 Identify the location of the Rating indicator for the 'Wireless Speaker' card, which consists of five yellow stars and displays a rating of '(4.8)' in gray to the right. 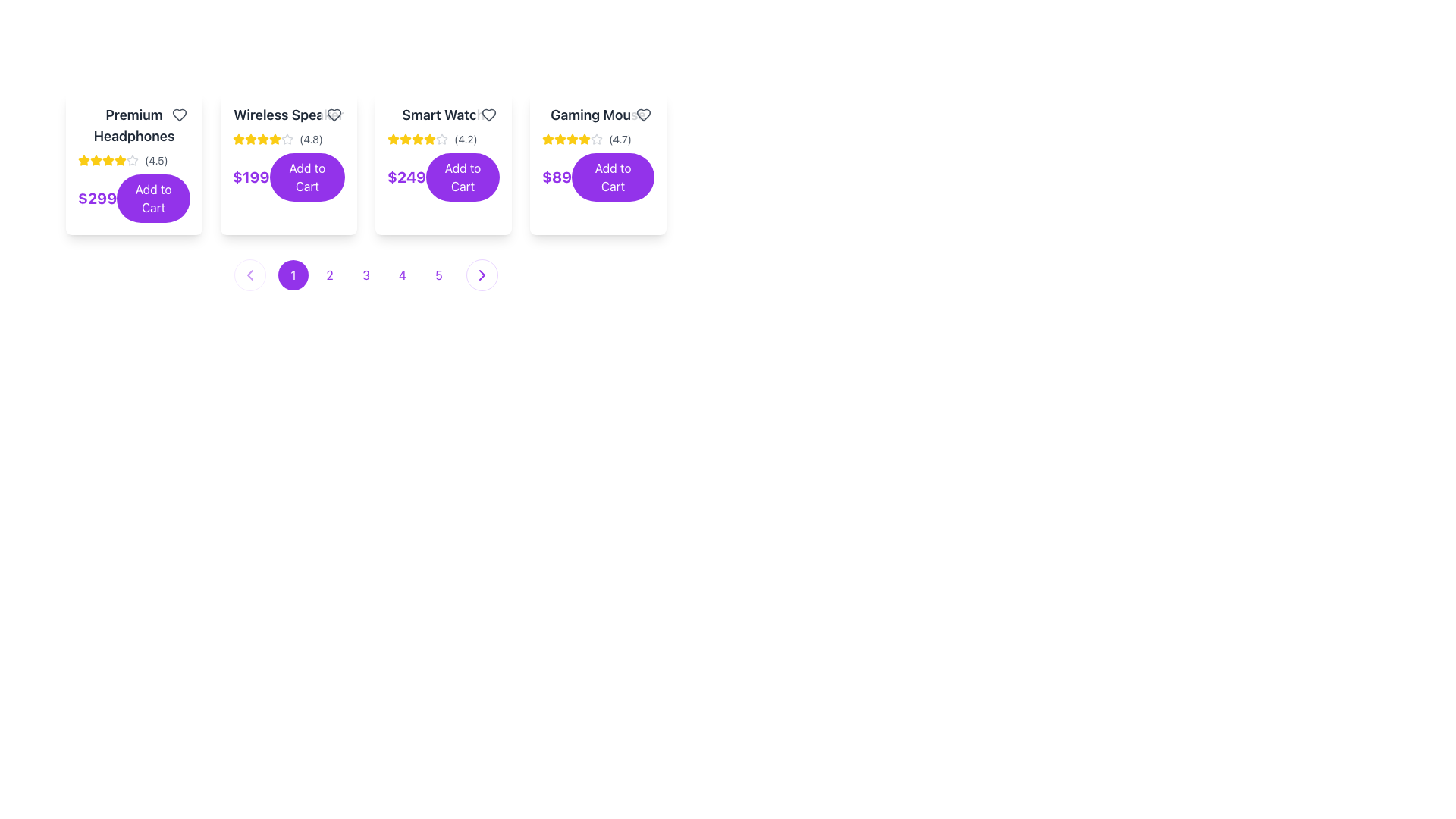
(288, 140).